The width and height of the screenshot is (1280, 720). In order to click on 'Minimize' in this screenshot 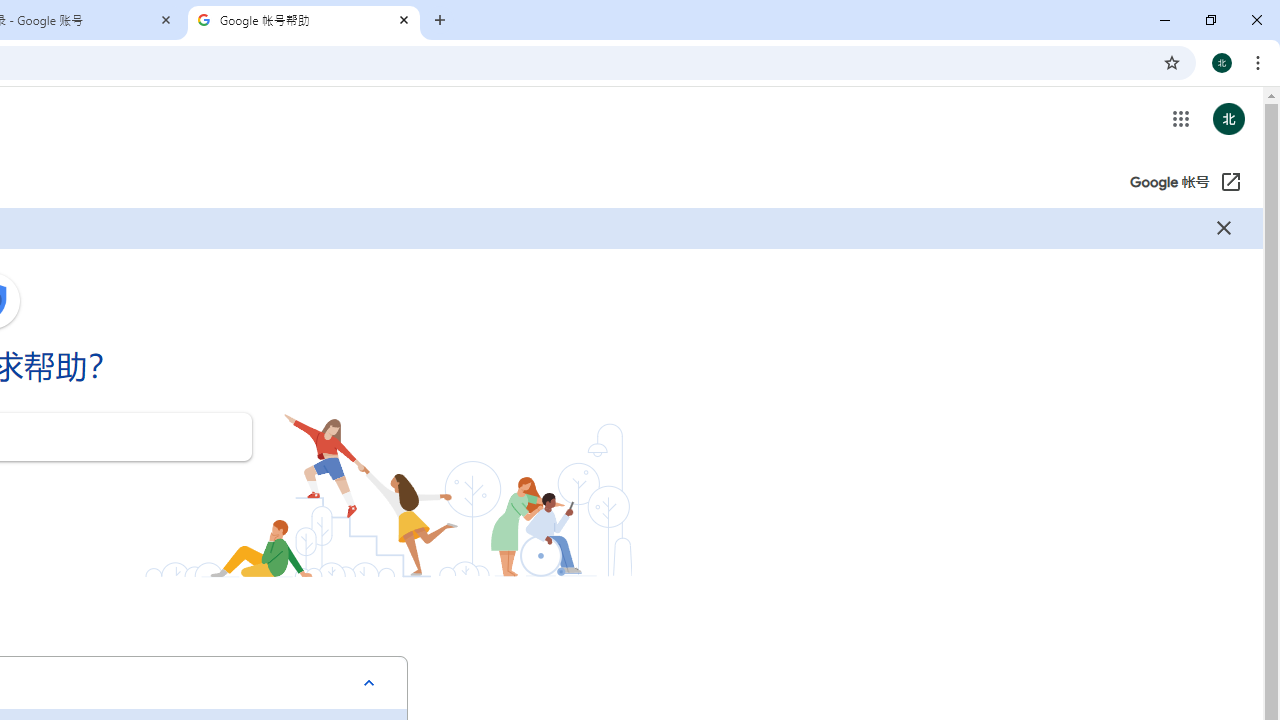, I will do `click(1165, 20)`.